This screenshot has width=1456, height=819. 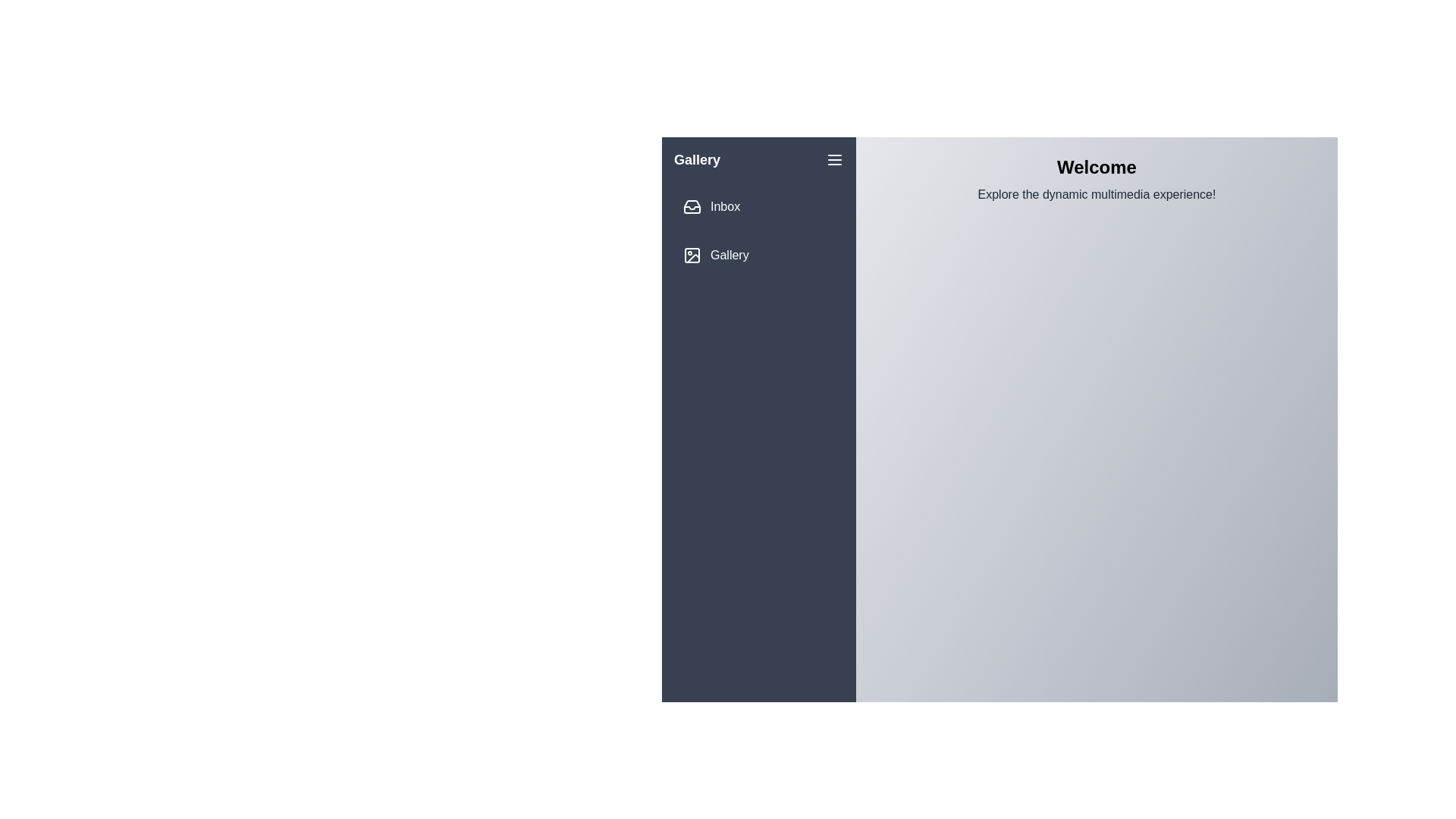 I want to click on the icon representing an image frame and a small circle located in the left side navigation menu to focus on the associated 'Gallery' menu item, so click(x=691, y=254).